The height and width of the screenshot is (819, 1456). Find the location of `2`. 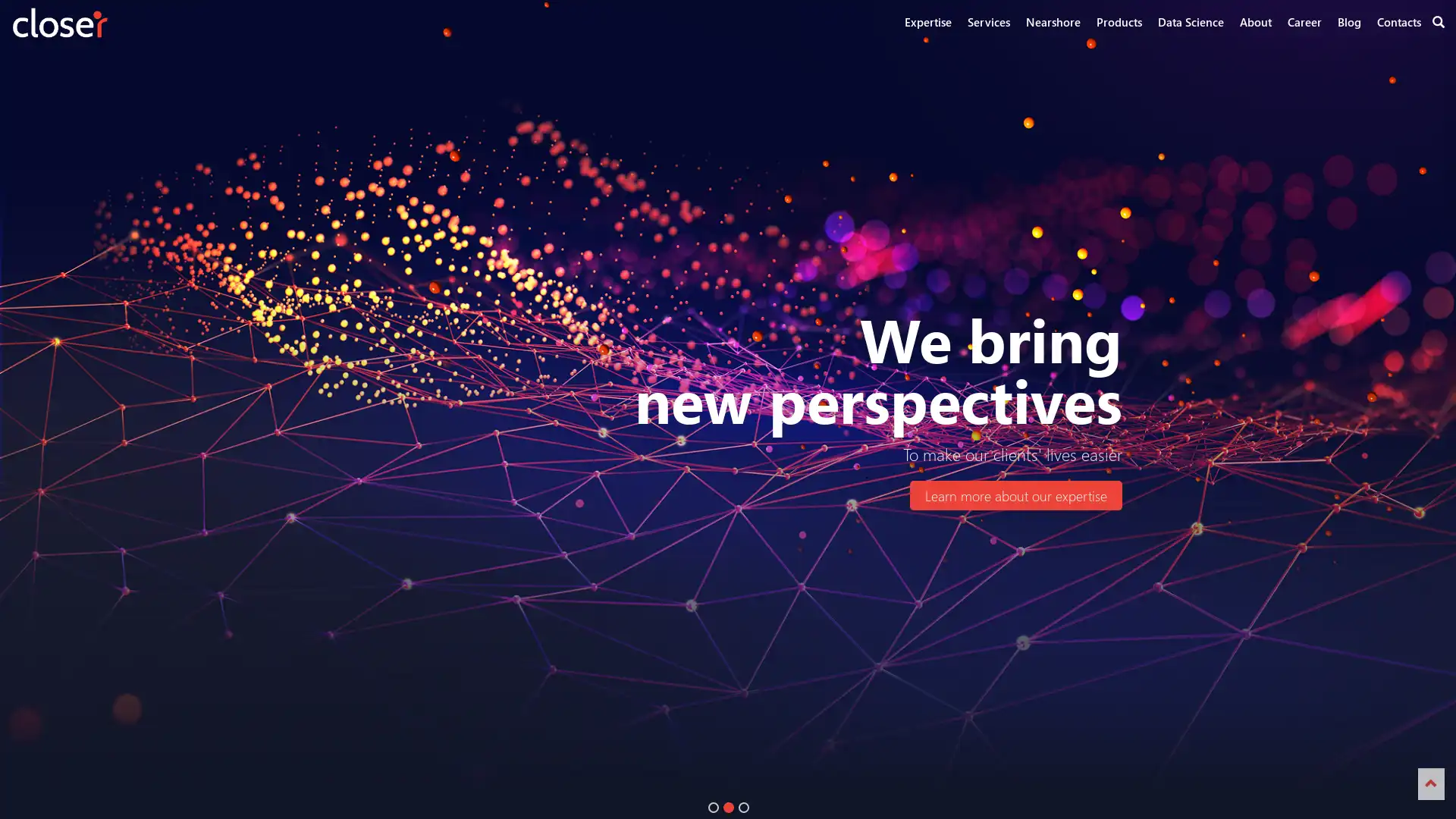

2 is located at coordinates (728, 806).